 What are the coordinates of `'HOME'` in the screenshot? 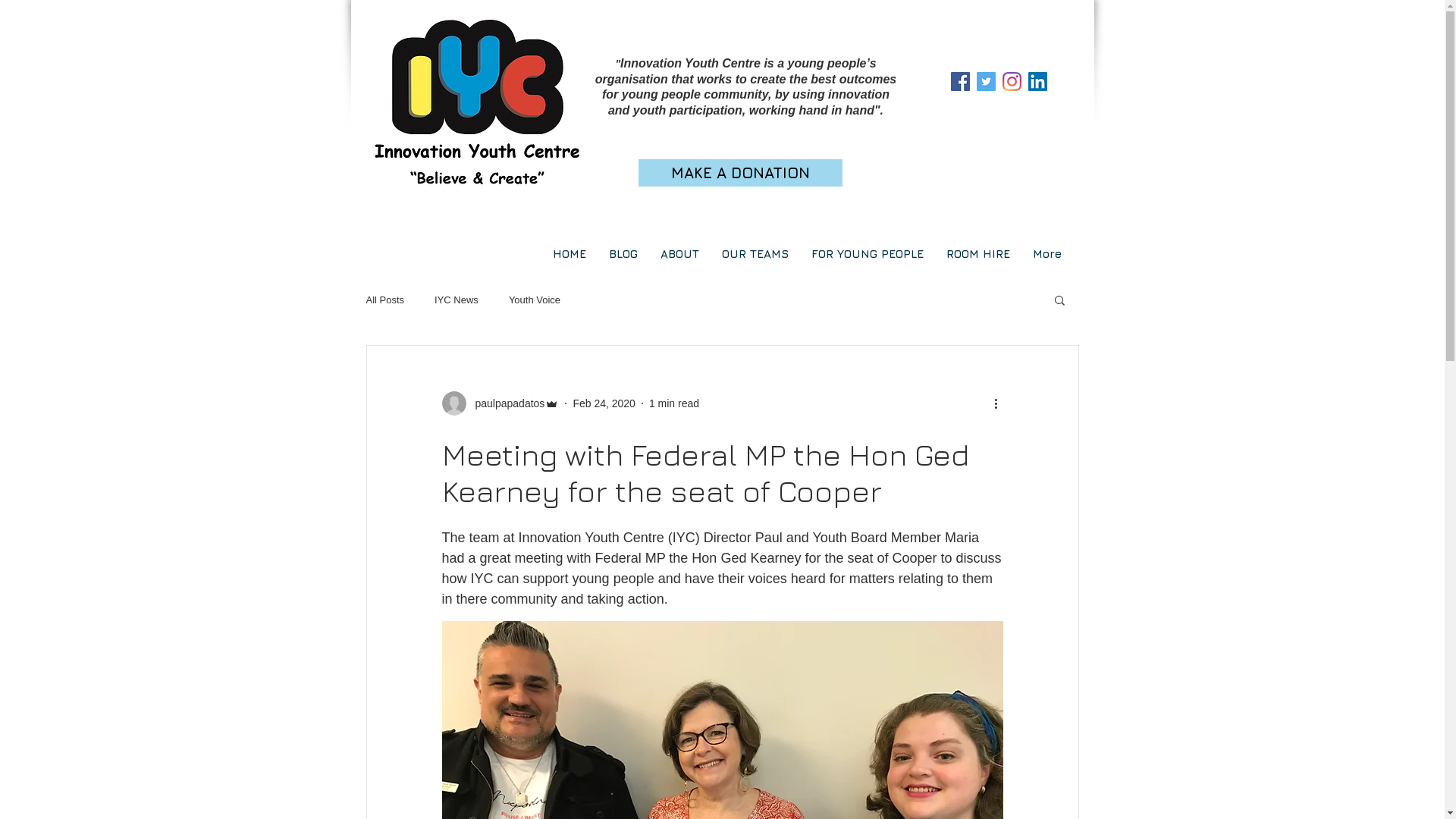 It's located at (568, 250).